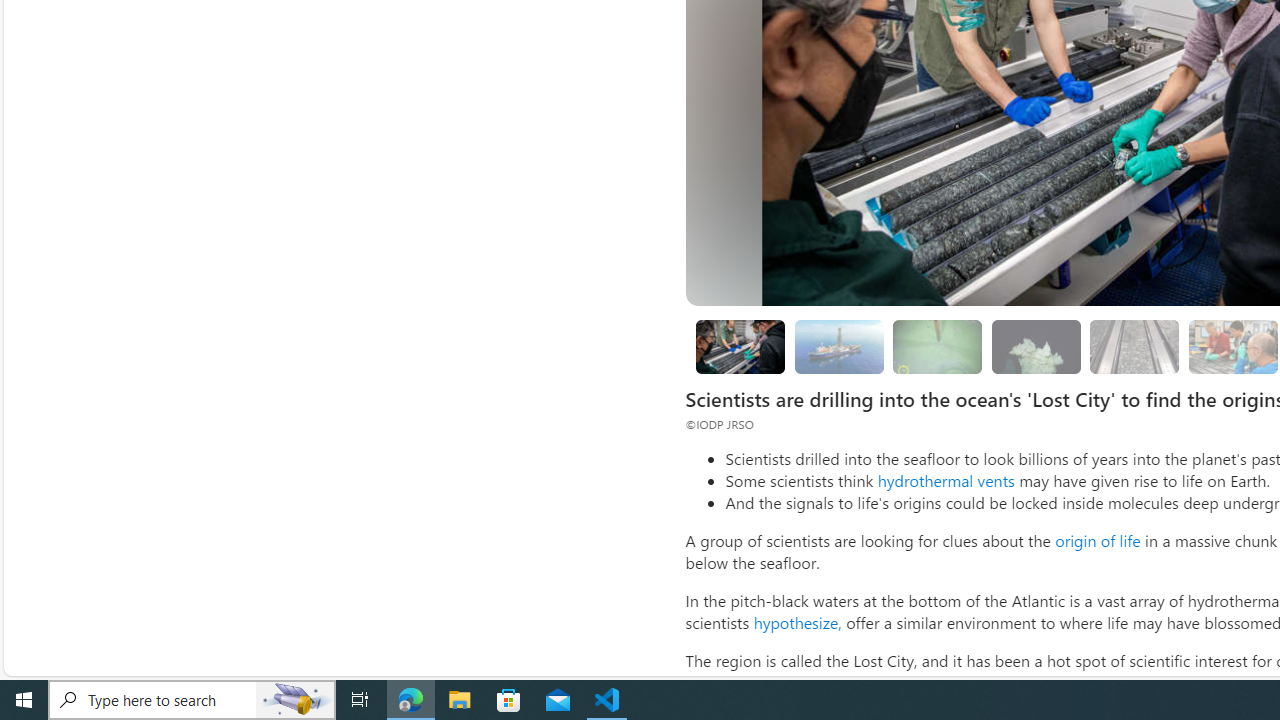 This screenshot has width=1280, height=720. I want to click on 'hydrothermal vents', so click(944, 480).